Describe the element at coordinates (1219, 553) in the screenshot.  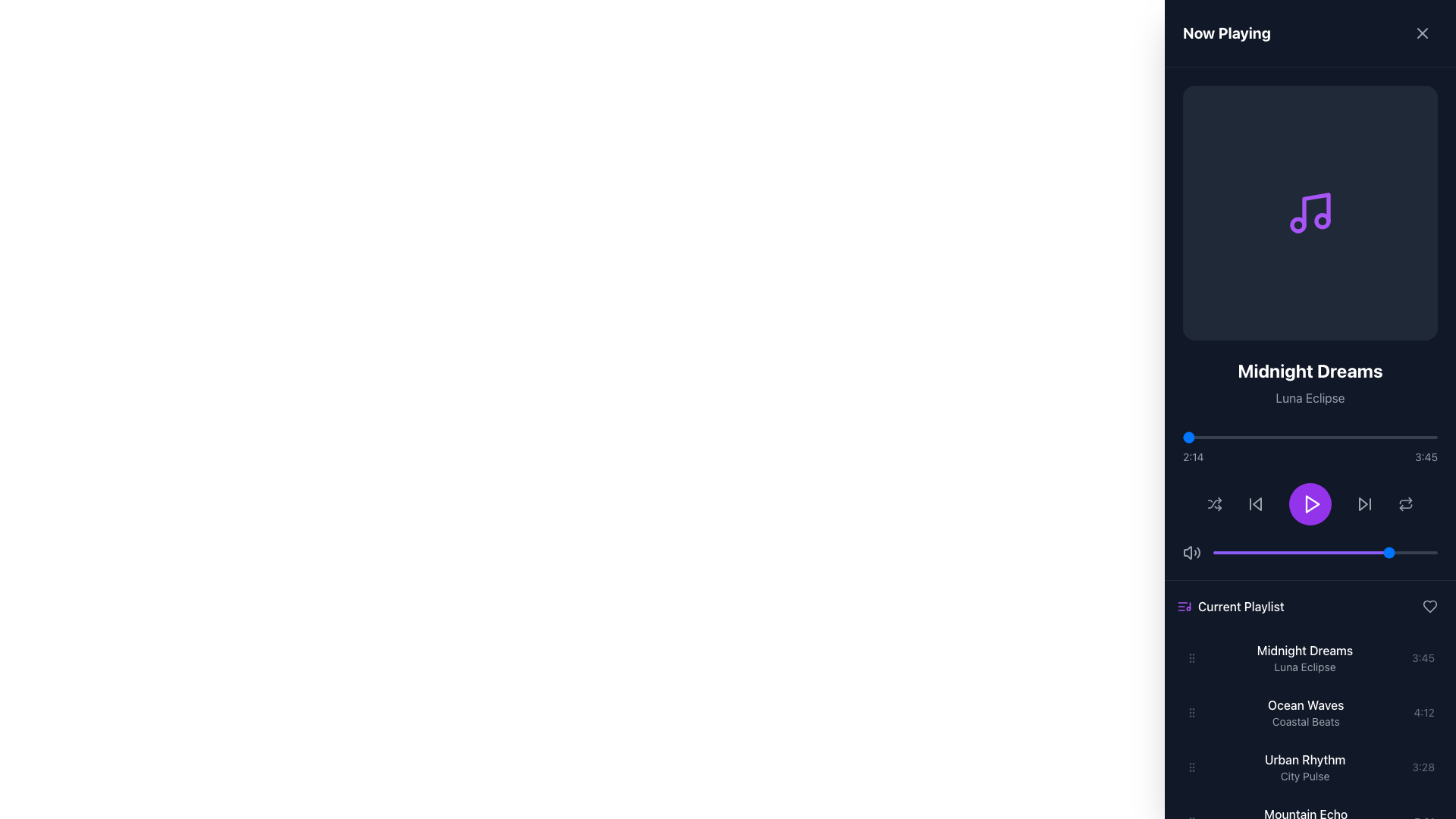
I see `the slider value` at that location.